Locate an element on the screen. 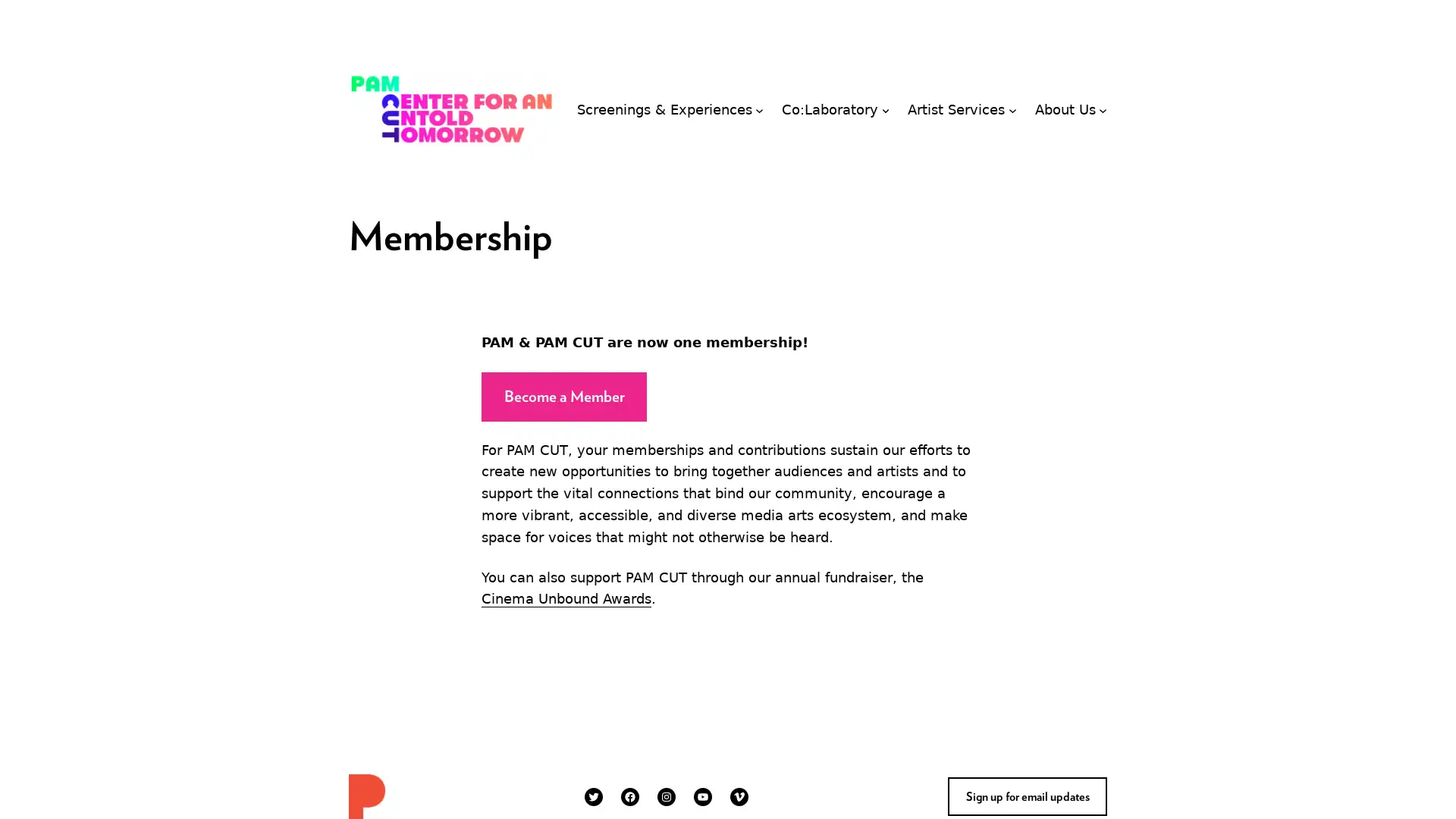 The image size is (1456, 819). Screenings & Experiences submenu is located at coordinates (759, 108).